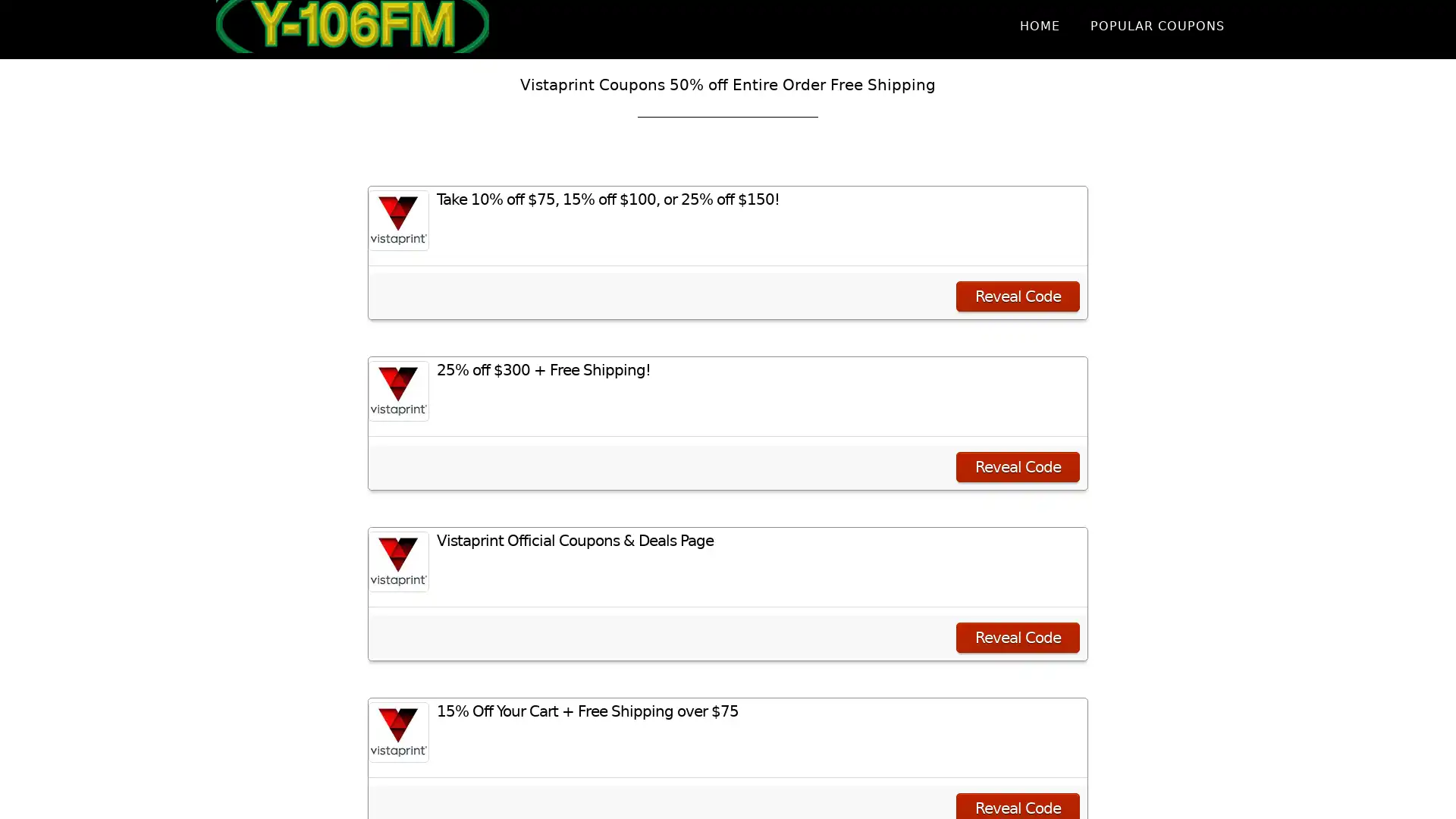  What do you see at coordinates (1018, 466) in the screenshot?
I see `Reveal Code` at bounding box center [1018, 466].